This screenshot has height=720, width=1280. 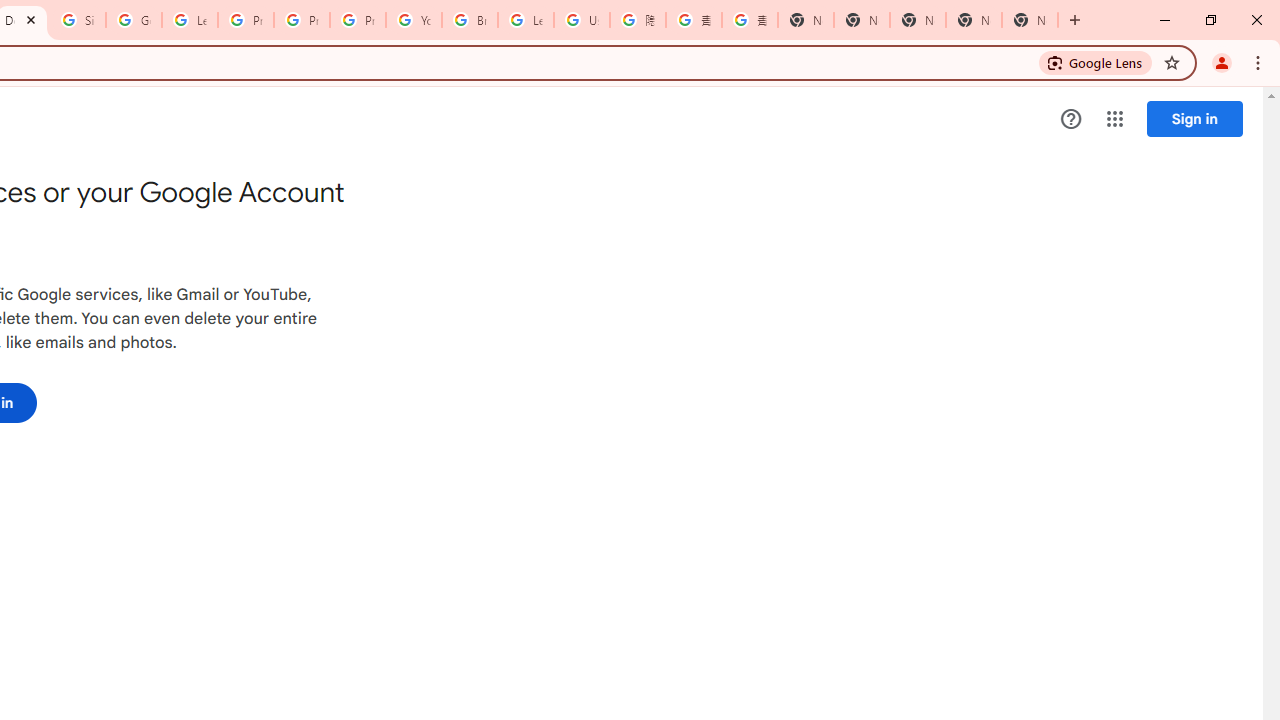 What do you see at coordinates (1030, 20) in the screenshot?
I see `'New Tab'` at bounding box center [1030, 20].